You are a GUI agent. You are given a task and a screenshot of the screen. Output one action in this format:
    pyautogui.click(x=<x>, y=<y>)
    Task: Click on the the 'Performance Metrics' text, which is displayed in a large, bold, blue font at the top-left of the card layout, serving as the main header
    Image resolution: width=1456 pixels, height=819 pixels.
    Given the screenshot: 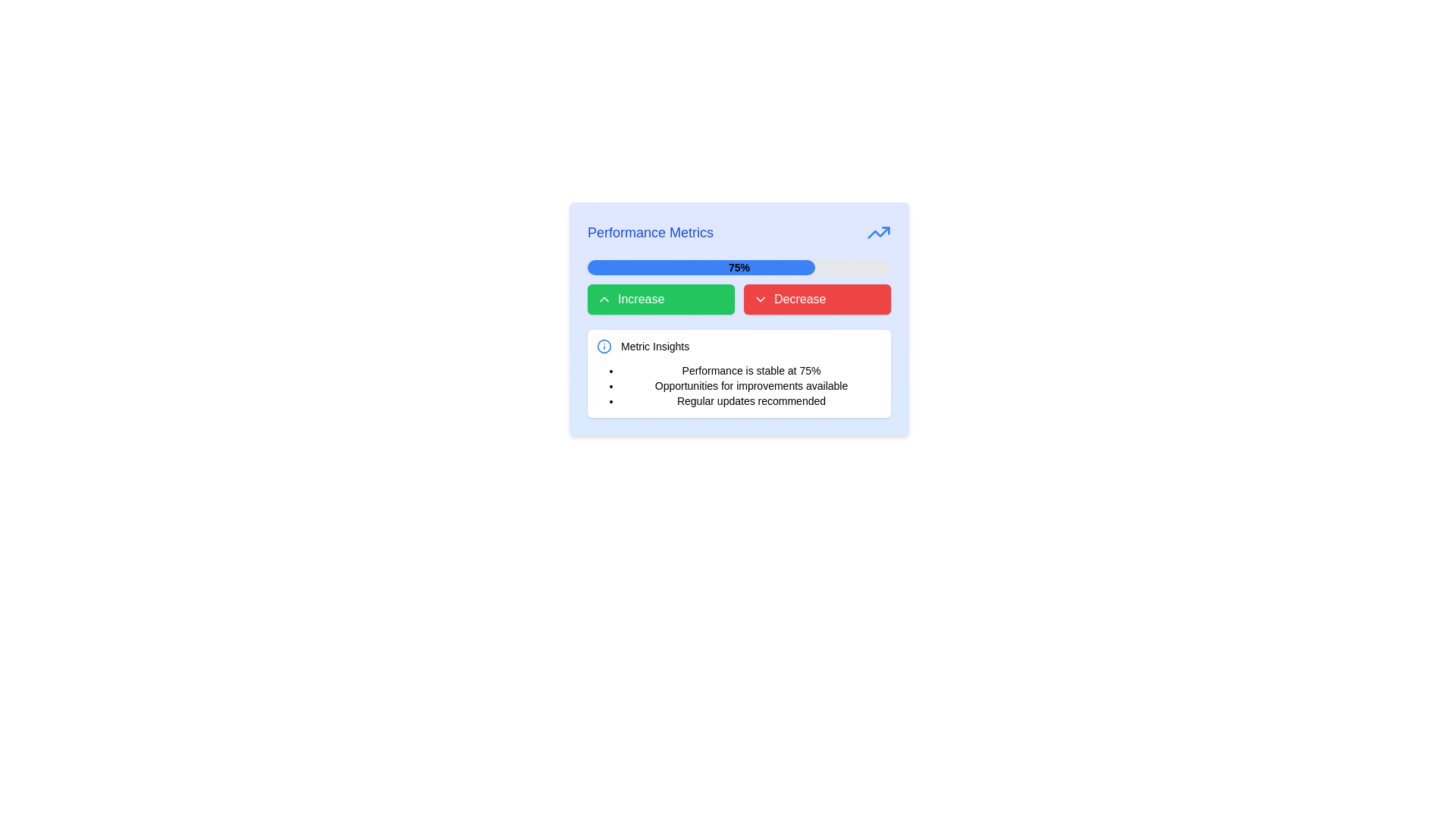 What is the action you would take?
    pyautogui.click(x=651, y=233)
    